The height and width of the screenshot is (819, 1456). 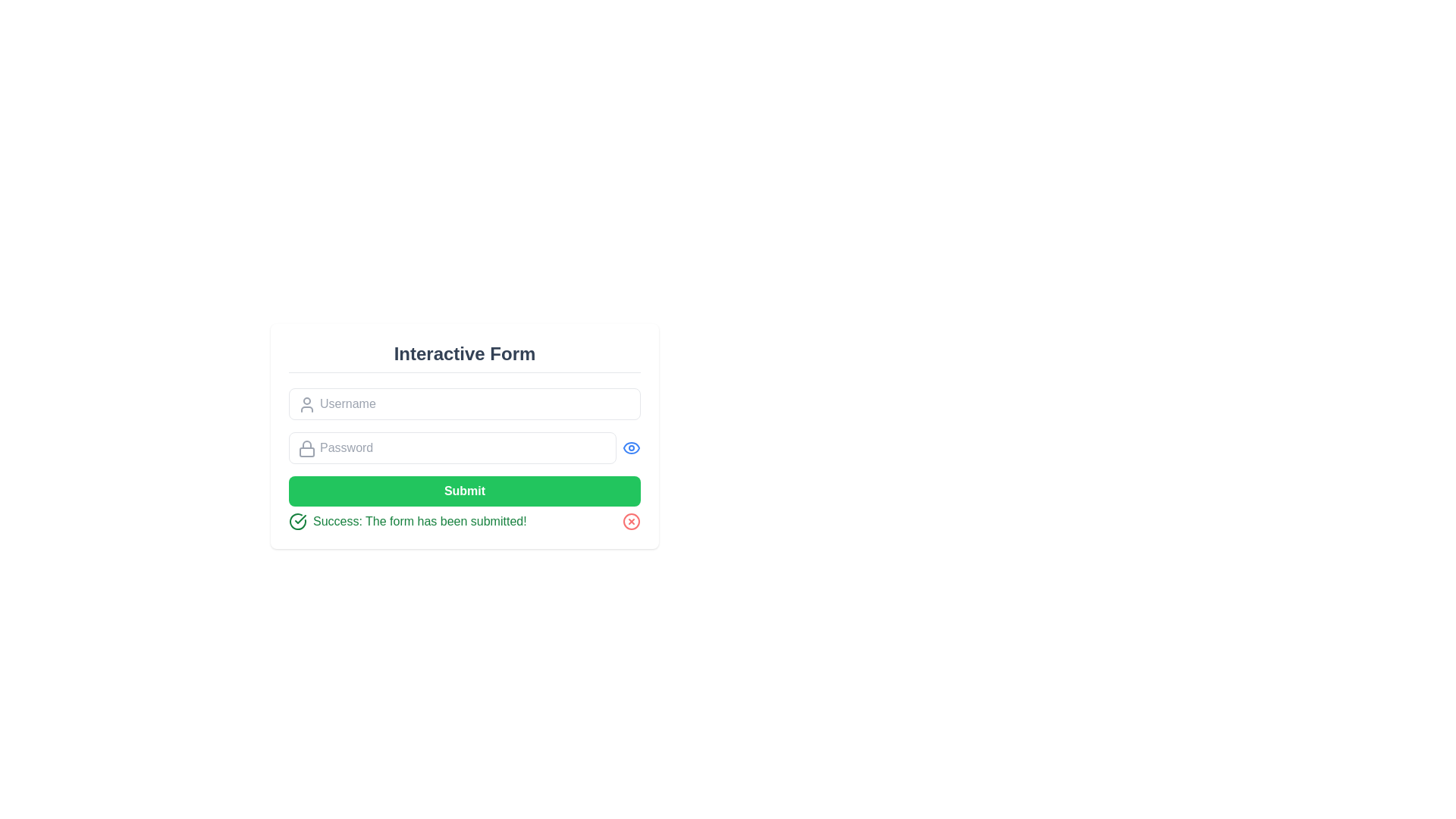 I want to click on the password input field located below the 'Username' input field and above the 'Submit' button, so click(x=451, y=447).